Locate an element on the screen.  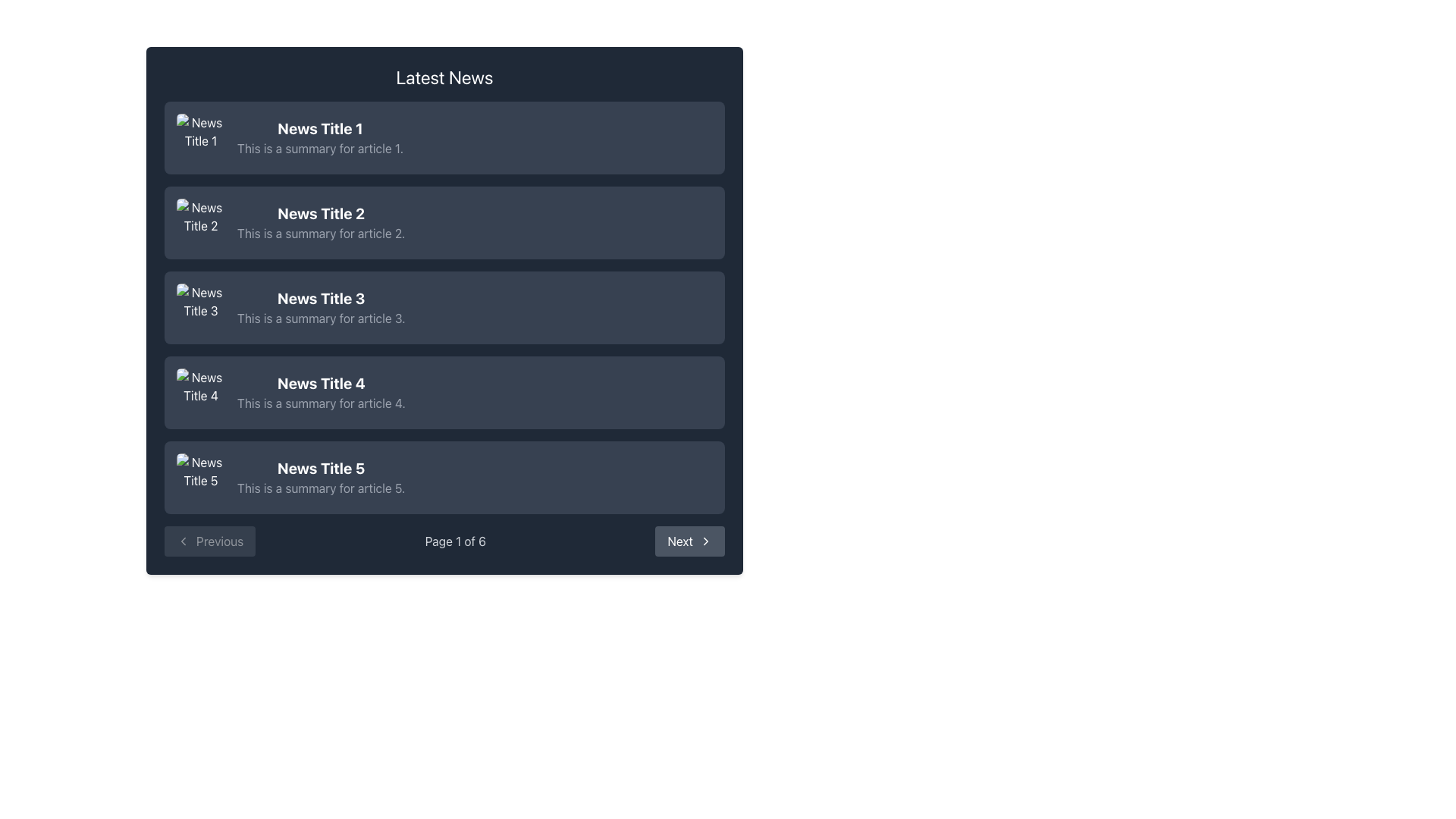
the summary text block of the third news article is located at coordinates (320, 307).